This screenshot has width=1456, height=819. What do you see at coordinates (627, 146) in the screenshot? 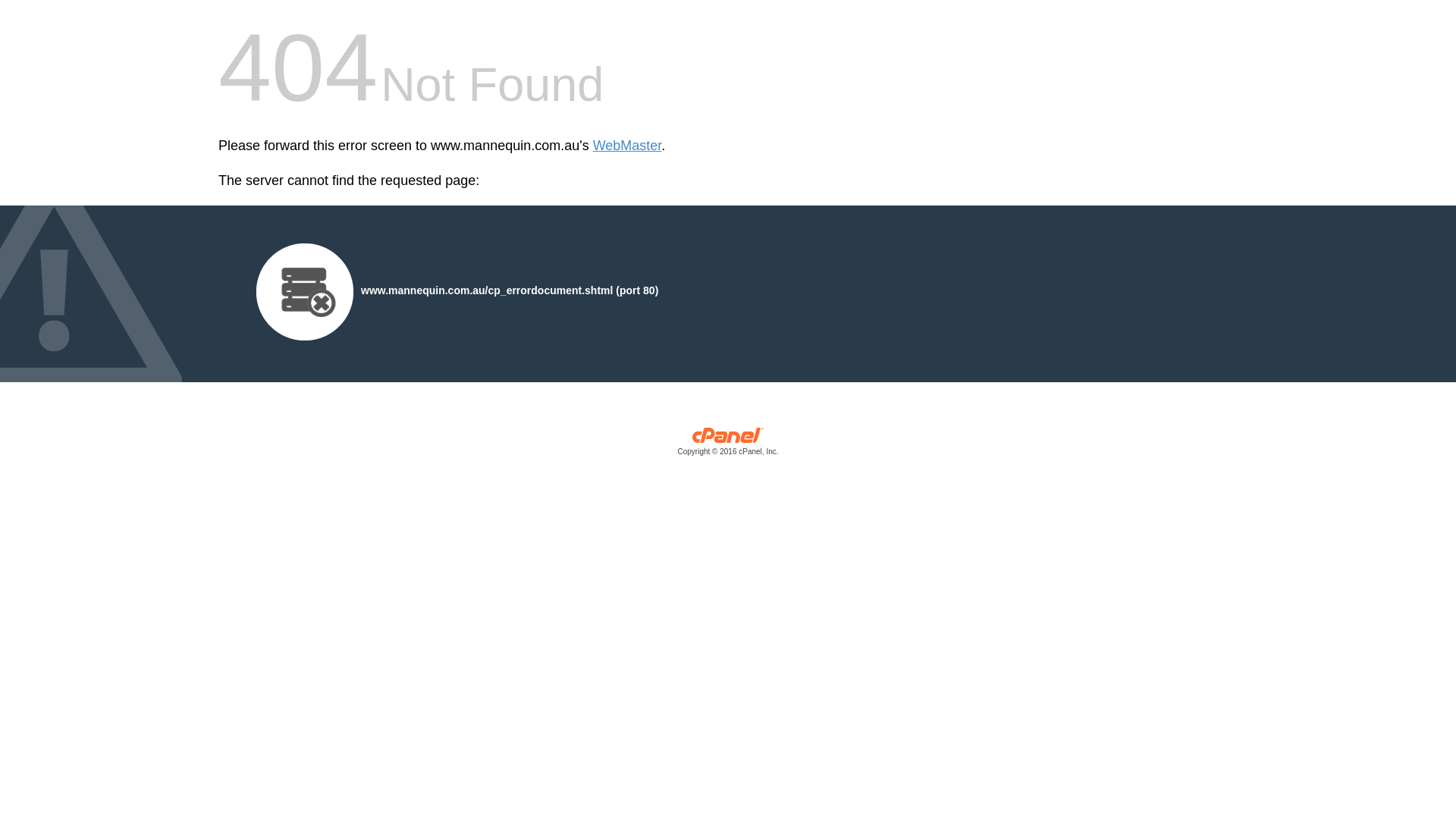
I see `'WebMaster'` at bounding box center [627, 146].